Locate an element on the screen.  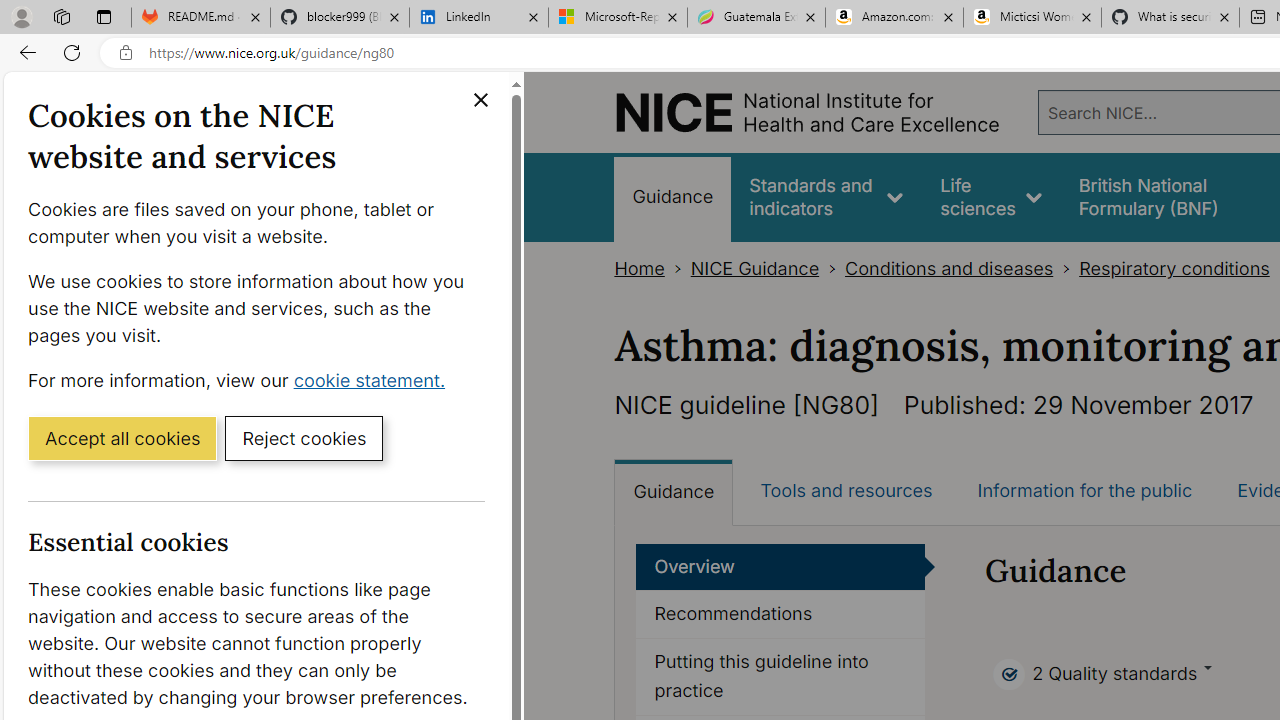
'NICE Guidance' is located at coordinates (754, 268).